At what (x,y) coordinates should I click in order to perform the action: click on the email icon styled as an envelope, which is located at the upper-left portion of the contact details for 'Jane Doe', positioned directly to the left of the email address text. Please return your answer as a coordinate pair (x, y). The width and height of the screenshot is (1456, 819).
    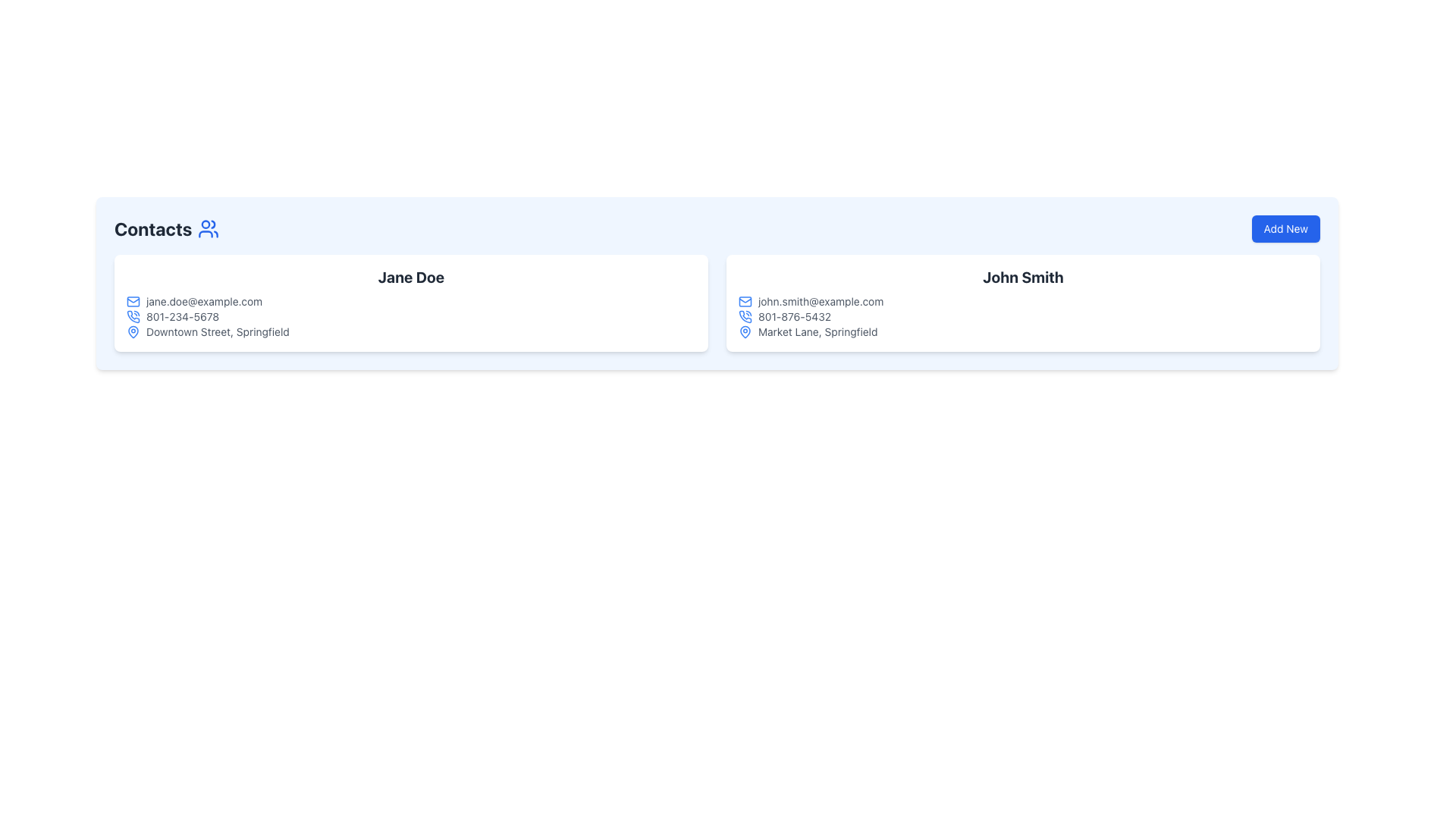
    Looking at the image, I should click on (133, 301).